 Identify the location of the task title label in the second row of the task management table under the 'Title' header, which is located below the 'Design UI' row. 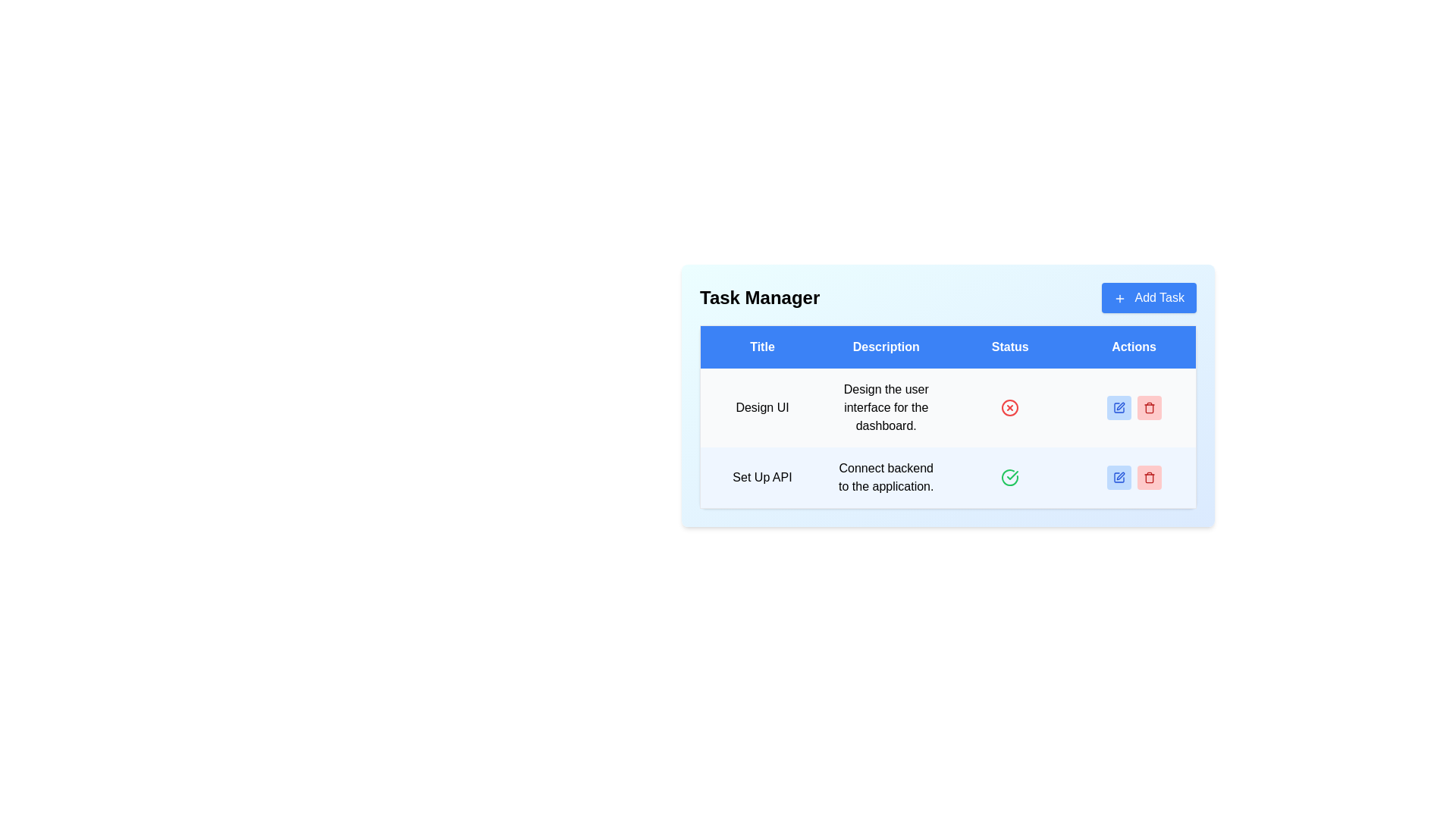
(762, 478).